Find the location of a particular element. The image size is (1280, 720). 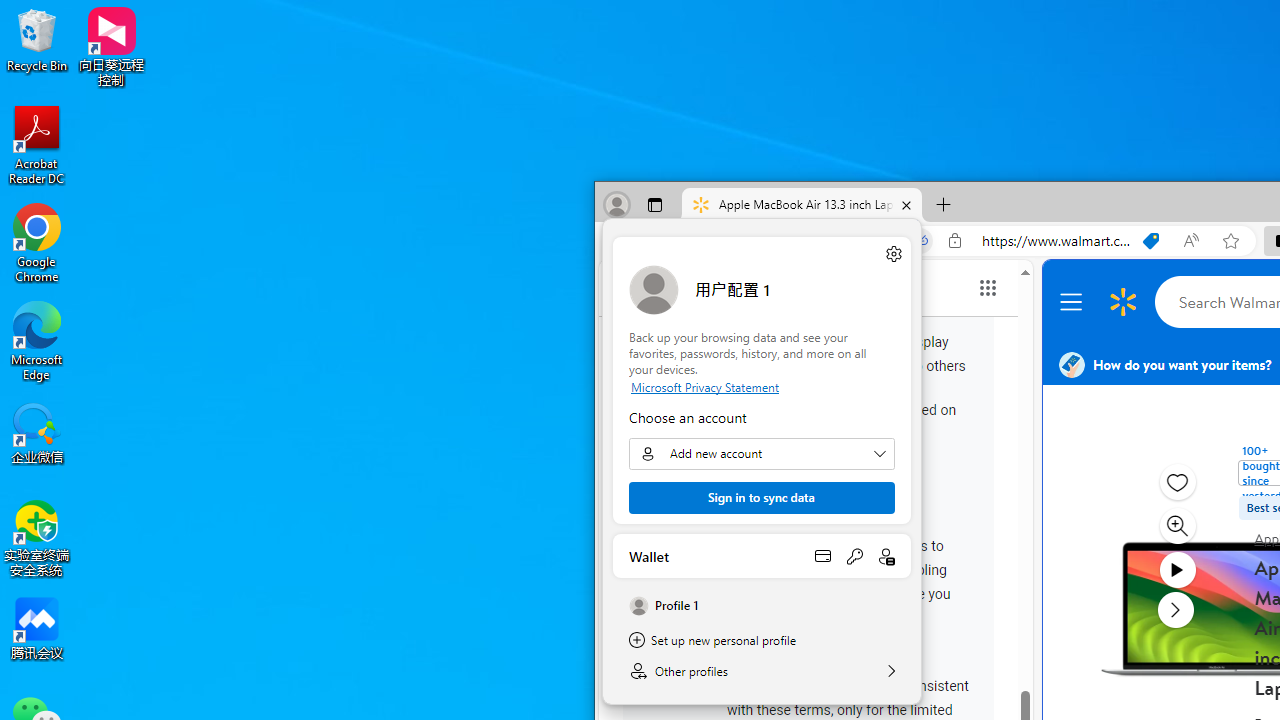

'Other profiles' is located at coordinates (761, 671).